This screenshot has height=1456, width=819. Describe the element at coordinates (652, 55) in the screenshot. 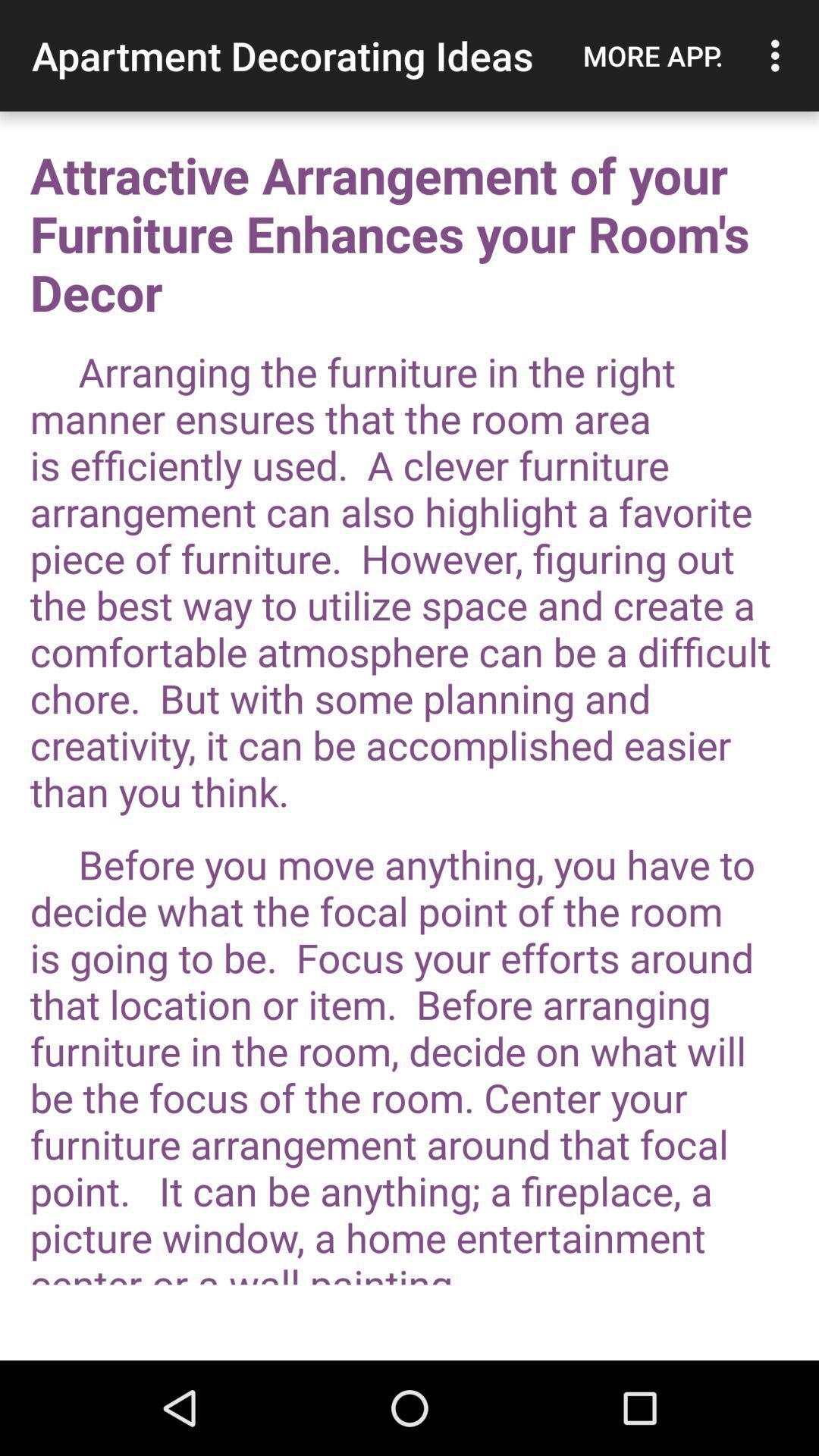

I see `the icon next to the apartment decorating ideas` at that location.